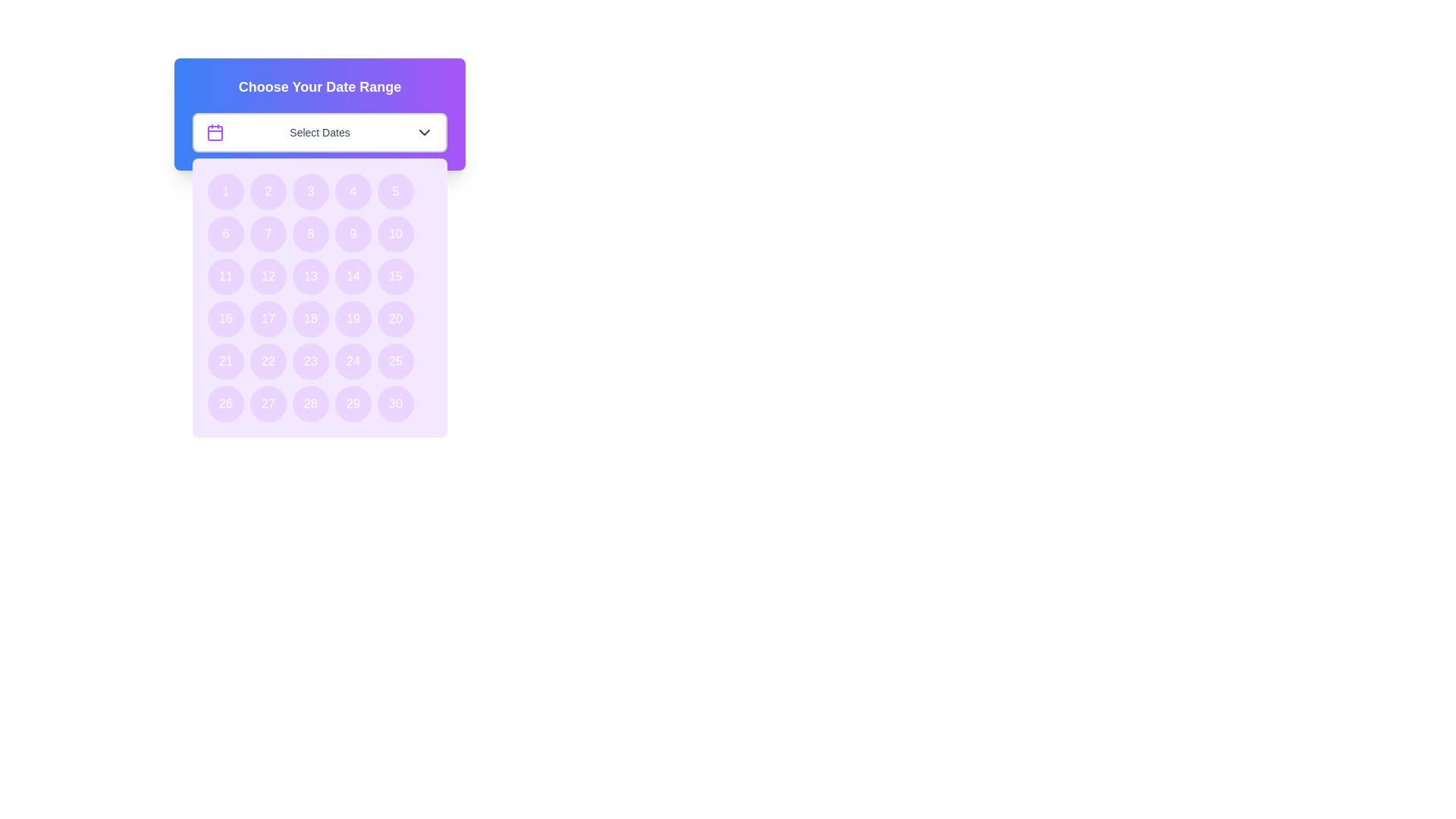 Image resolution: width=1456 pixels, height=819 pixels. I want to click on the text label 'Choose Your Date Range', which is a large, bold white heading on a vibrant gradient background, positioned at the top of the date picker interface, so click(319, 87).